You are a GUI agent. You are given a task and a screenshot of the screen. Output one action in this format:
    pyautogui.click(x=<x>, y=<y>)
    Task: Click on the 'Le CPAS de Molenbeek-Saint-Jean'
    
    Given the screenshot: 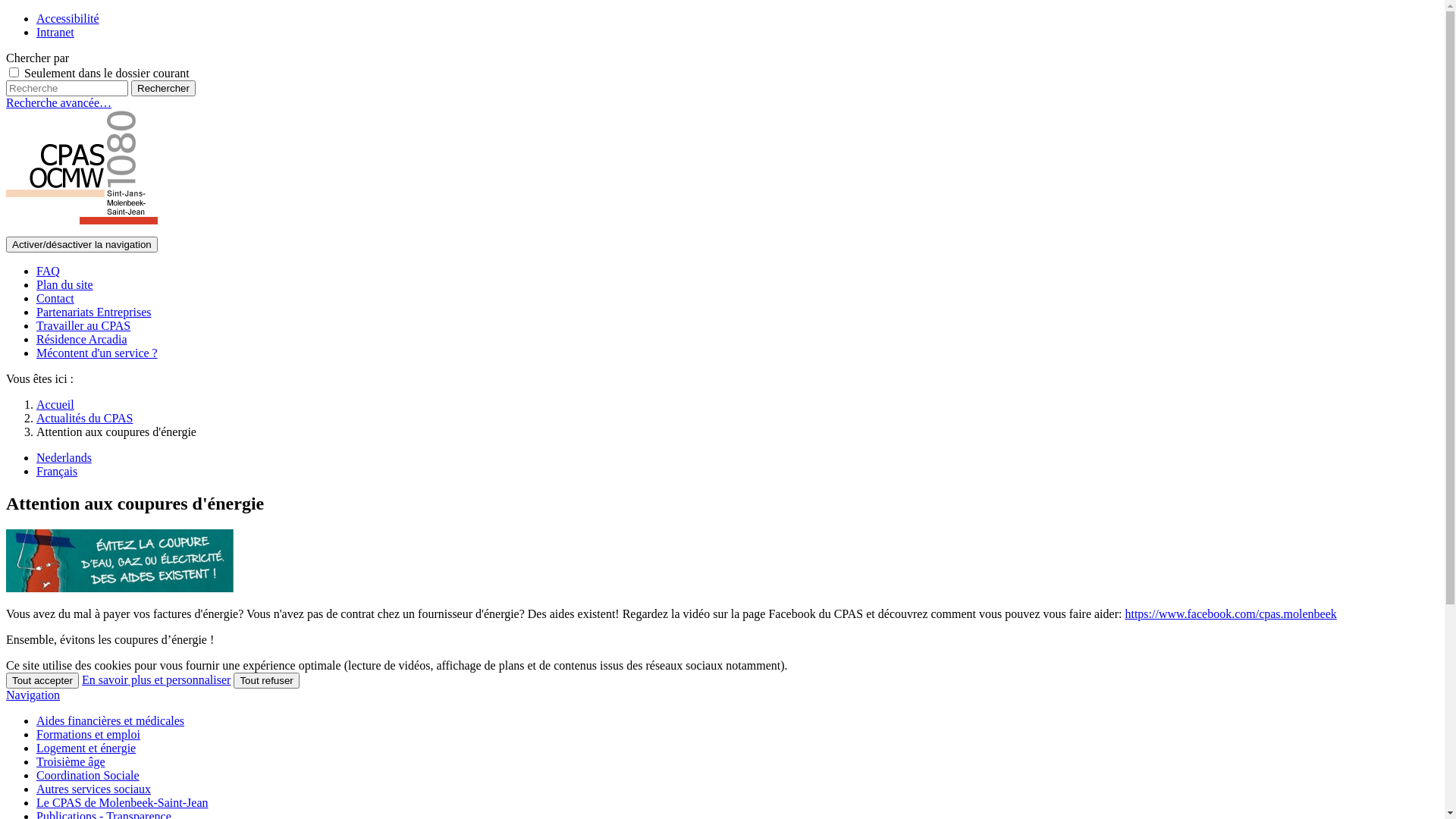 What is the action you would take?
    pyautogui.click(x=36, y=802)
    